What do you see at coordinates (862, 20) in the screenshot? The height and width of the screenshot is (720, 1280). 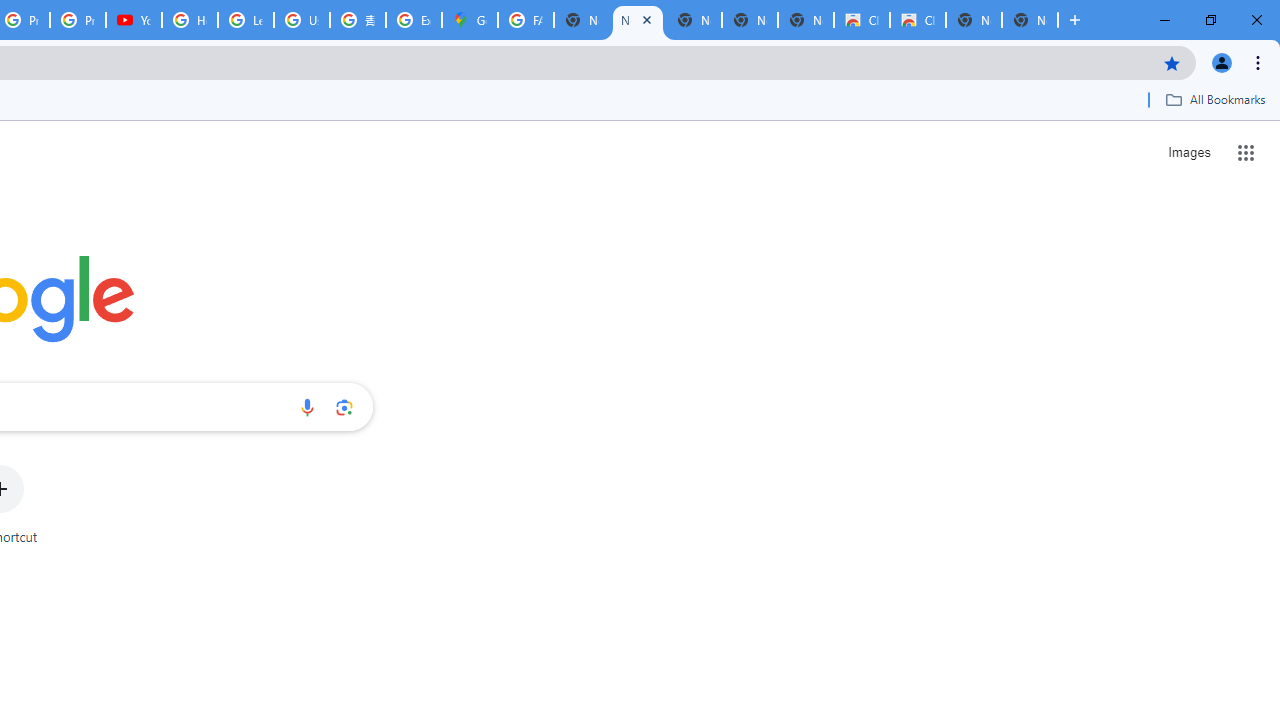 I see `'Classic Blue - Chrome Web Store'` at bounding box center [862, 20].